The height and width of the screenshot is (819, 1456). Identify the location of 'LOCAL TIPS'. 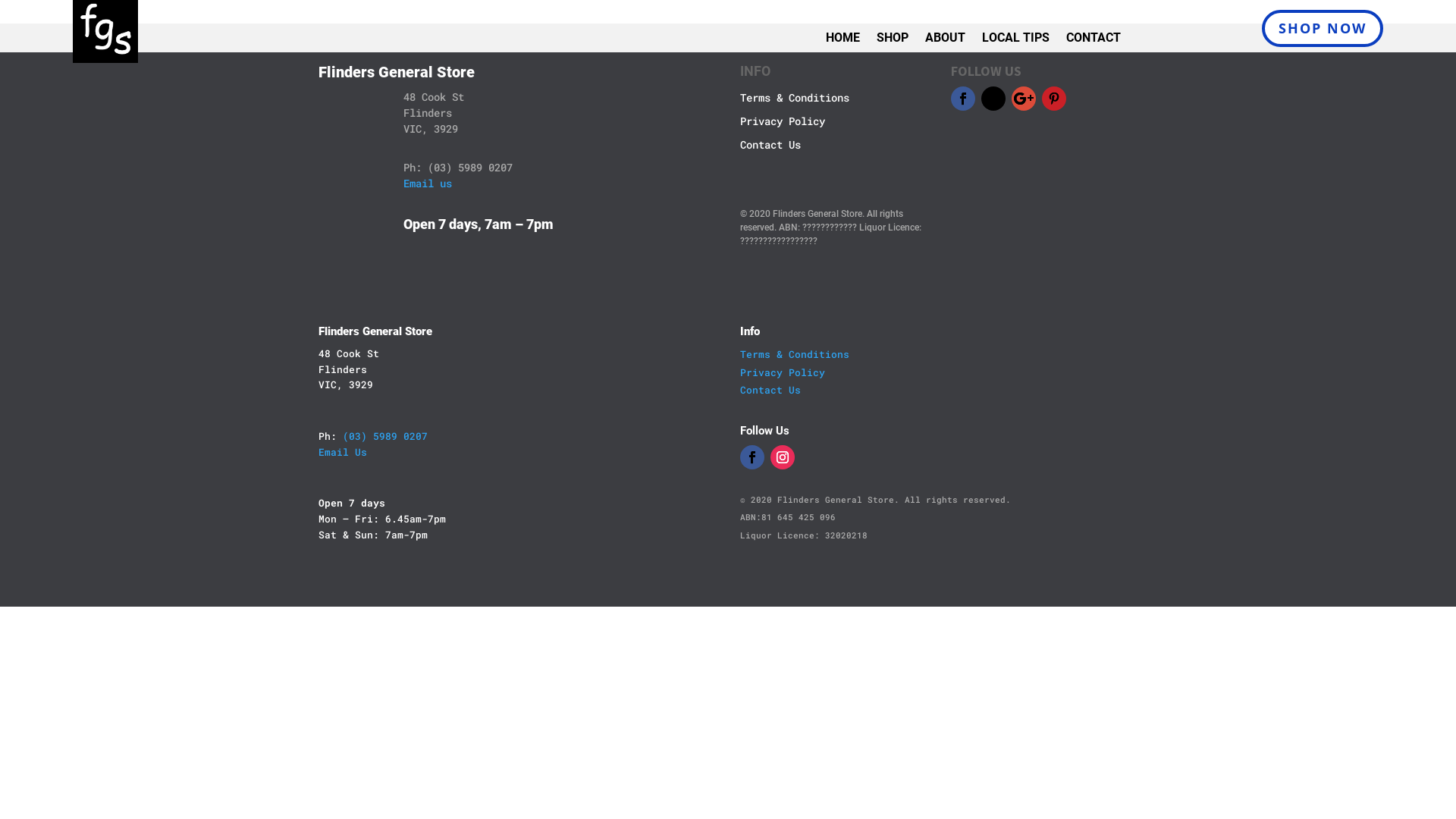
(1015, 40).